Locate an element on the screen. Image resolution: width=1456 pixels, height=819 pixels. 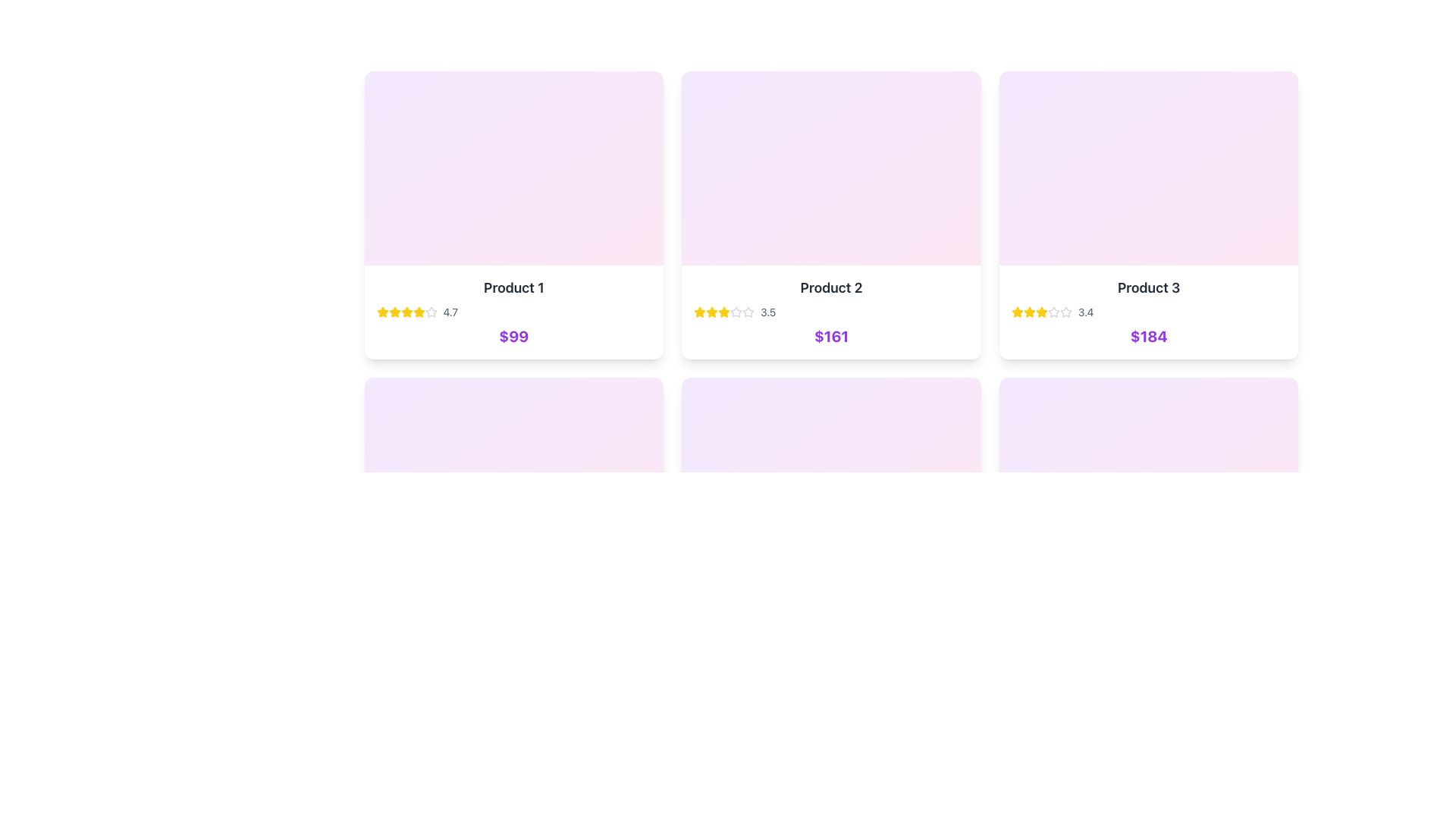
the star icon that indicates a rating point for the first product in the top row, specifically the third star from the left, to inspect its properties is located at coordinates (419, 311).